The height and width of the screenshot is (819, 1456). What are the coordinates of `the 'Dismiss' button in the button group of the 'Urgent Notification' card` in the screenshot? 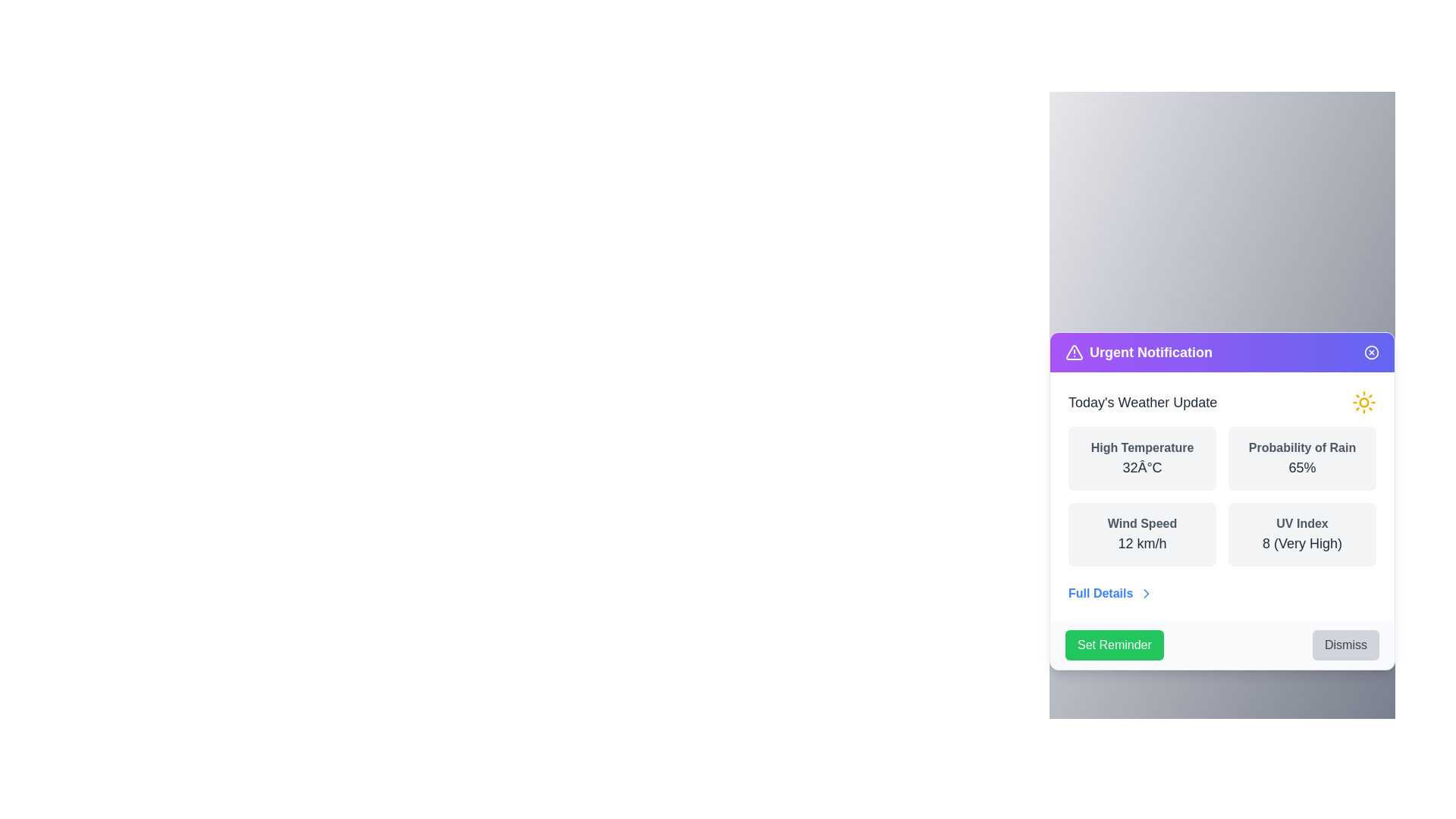 It's located at (1222, 645).